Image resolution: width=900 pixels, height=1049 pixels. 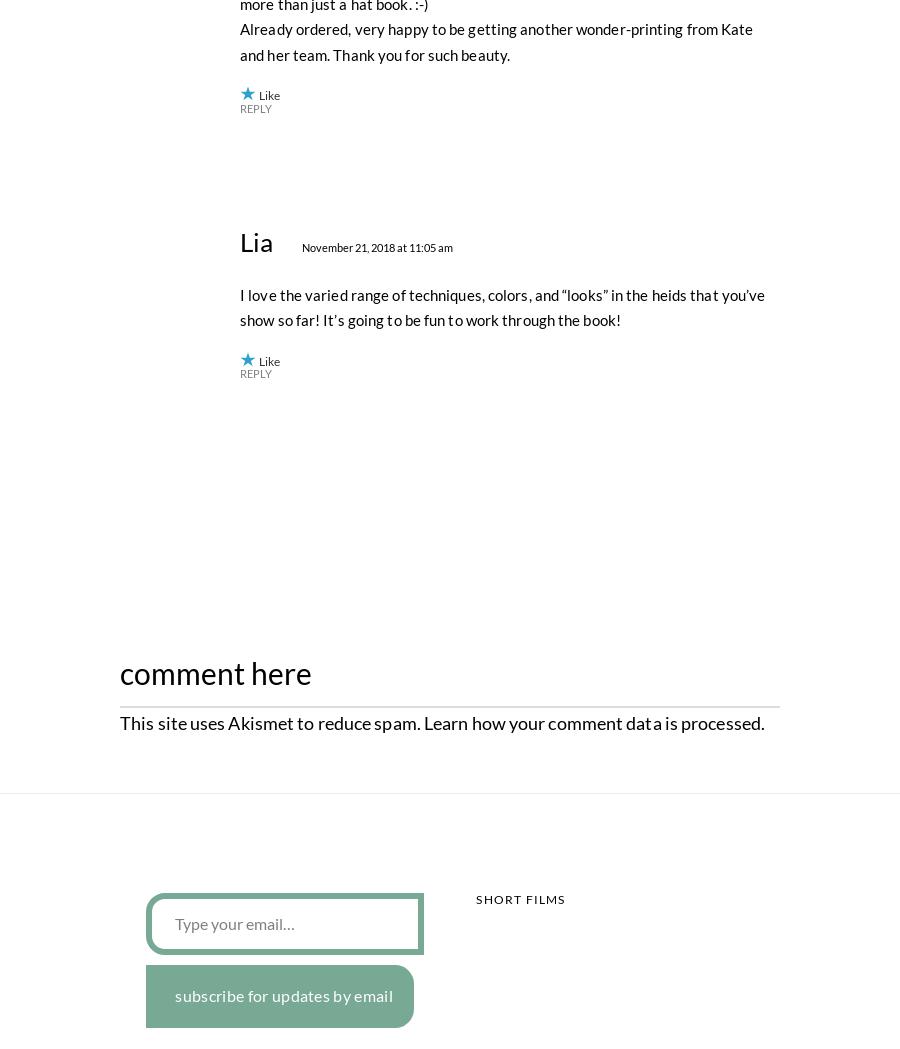 What do you see at coordinates (271, 73) in the screenshot?
I see `'Susan'` at bounding box center [271, 73].